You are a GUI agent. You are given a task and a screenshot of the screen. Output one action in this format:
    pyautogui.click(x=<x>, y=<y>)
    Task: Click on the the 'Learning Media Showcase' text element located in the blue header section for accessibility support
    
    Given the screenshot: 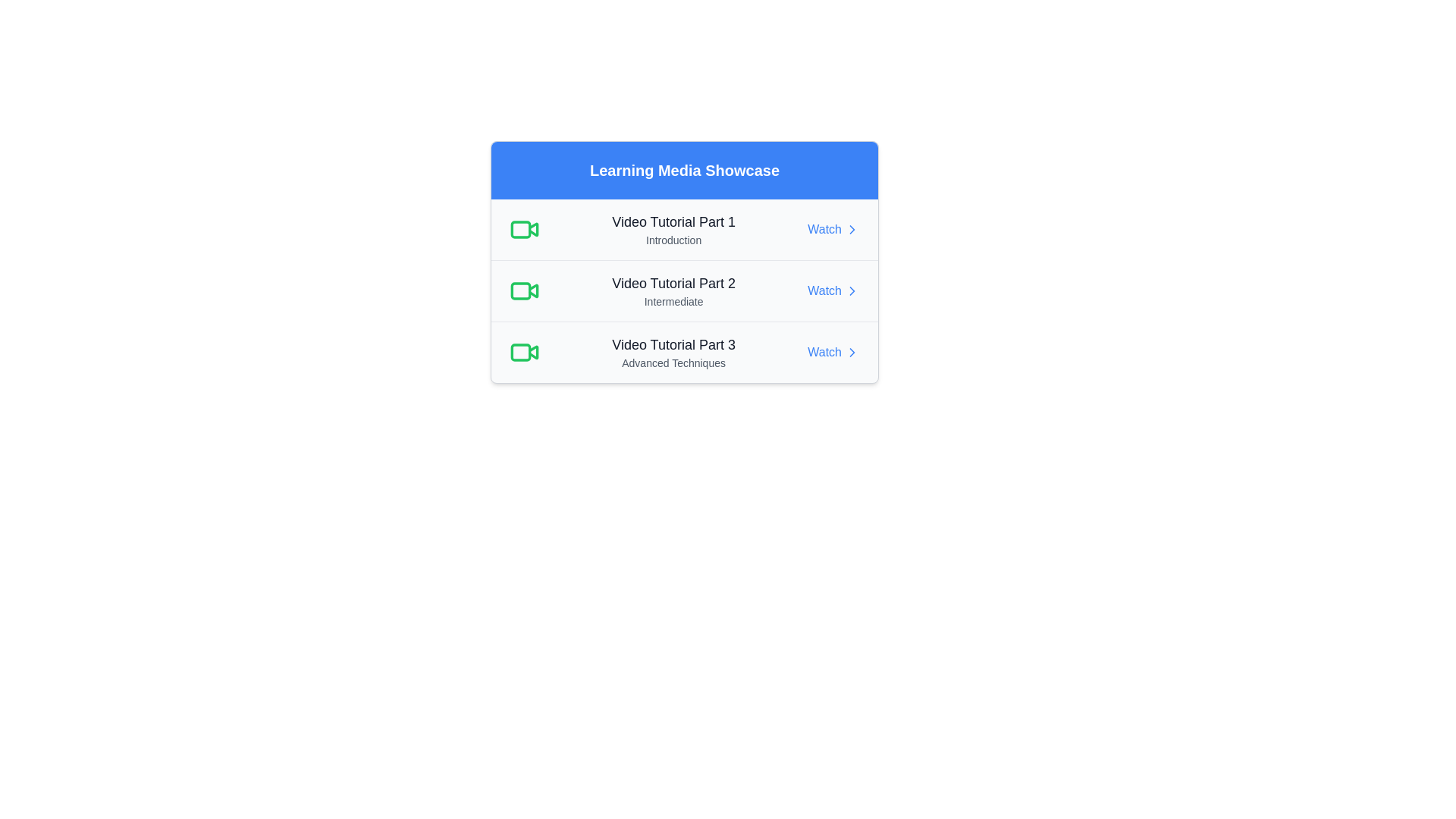 What is the action you would take?
    pyautogui.click(x=683, y=170)
    